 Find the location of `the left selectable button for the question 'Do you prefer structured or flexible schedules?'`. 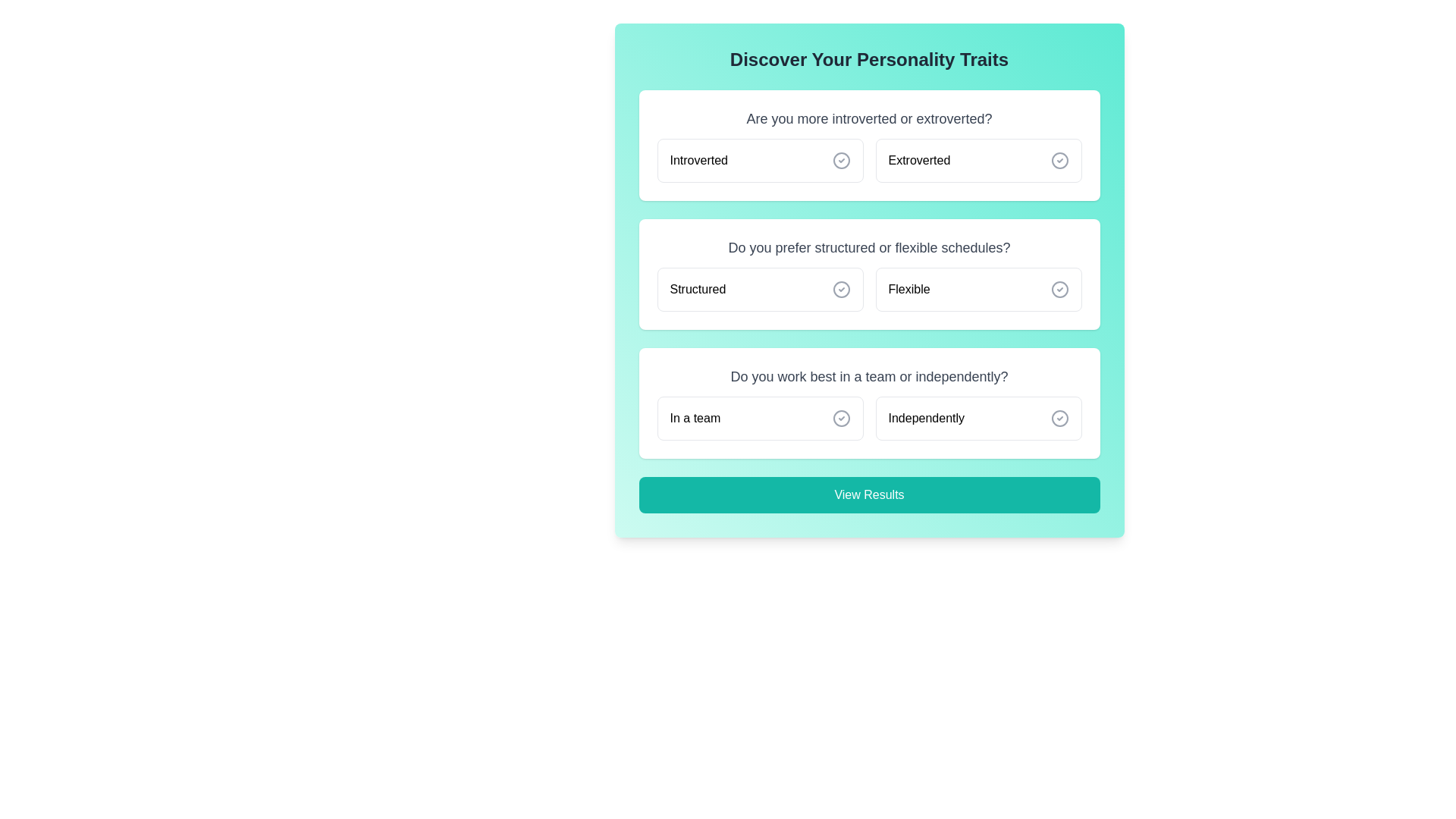

the left selectable button for the question 'Do you prefer structured or flexible schedules?' is located at coordinates (760, 289).